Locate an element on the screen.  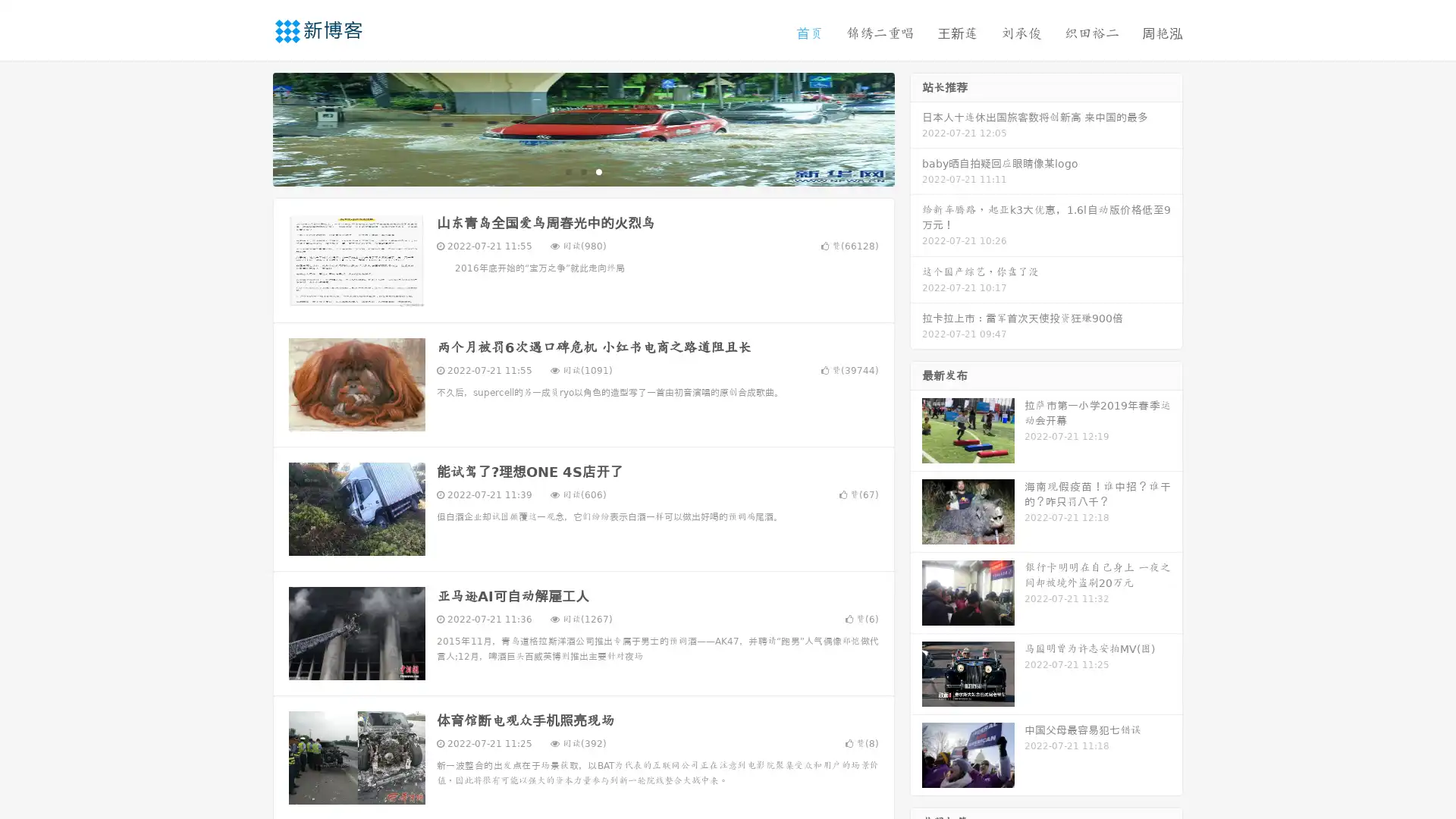
Go to slide 1 is located at coordinates (567, 171).